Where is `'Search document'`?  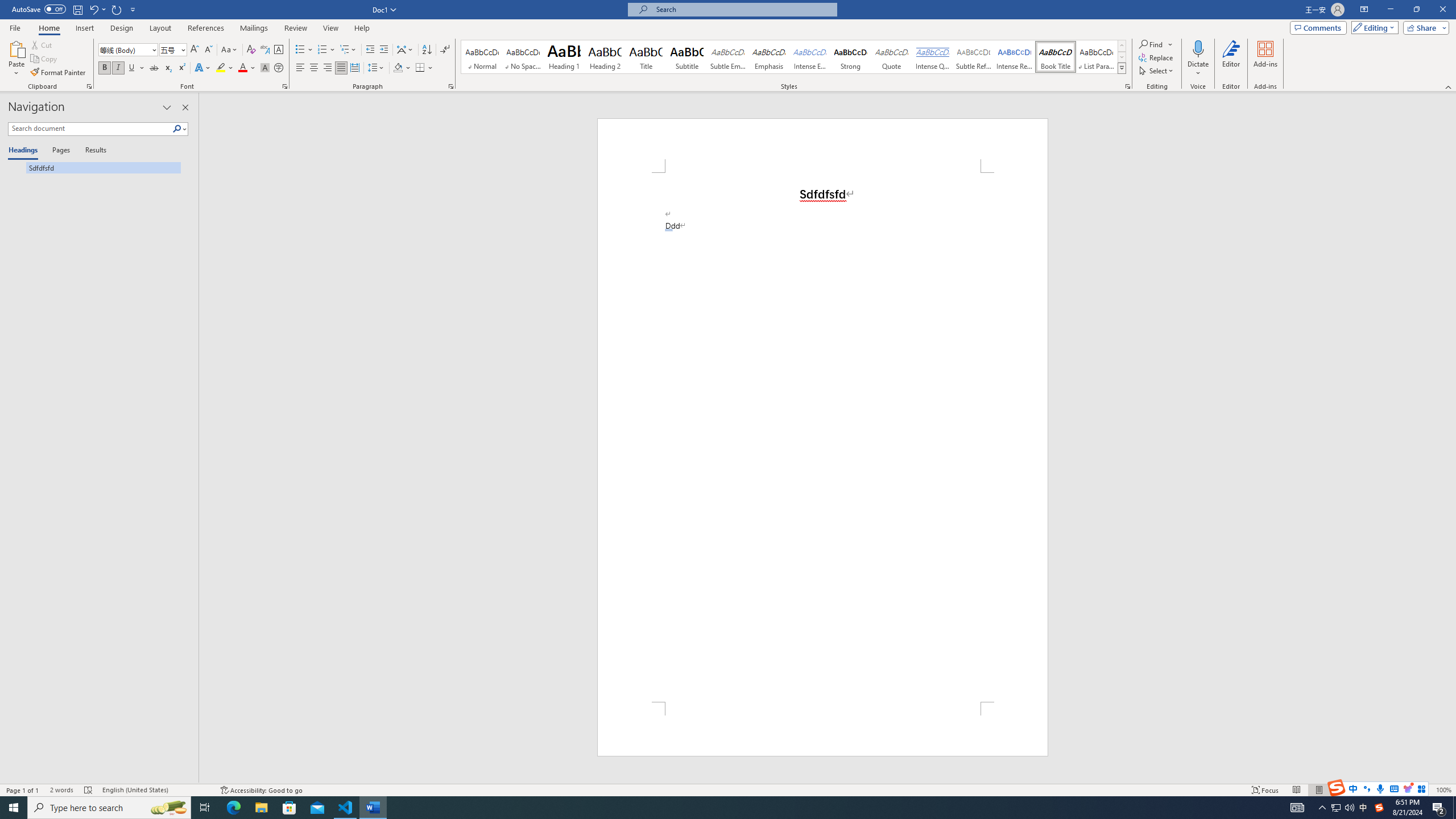
'Search document' is located at coordinates (90, 128).